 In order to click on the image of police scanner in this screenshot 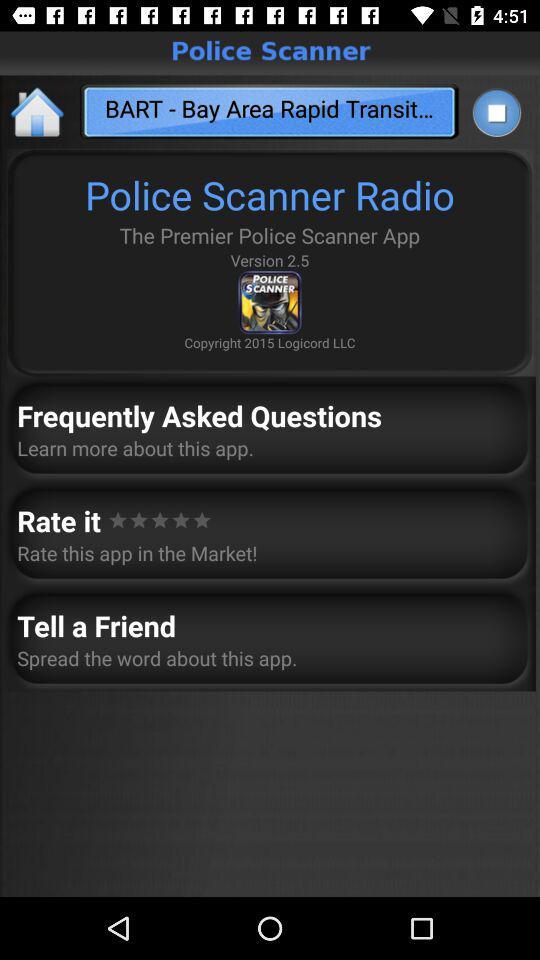, I will do `click(270, 302)`.